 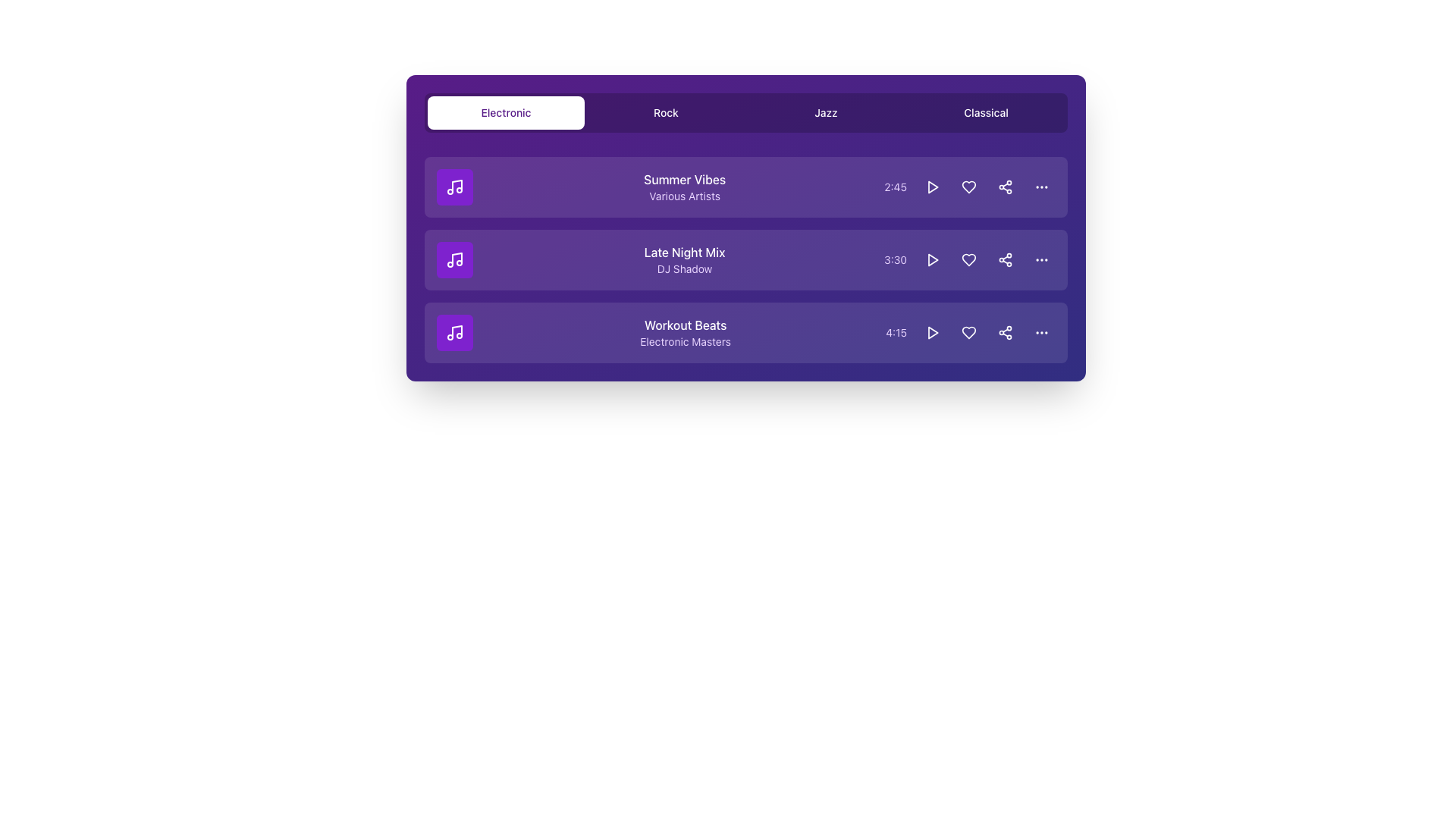 What do you see at coordinates (968, 259) in the screenshot?
I see `the heart icon button located in the 'Late Night Mix' row, which serves as a favorite or like button for the corresponding track` at bounding box center [968, 259].